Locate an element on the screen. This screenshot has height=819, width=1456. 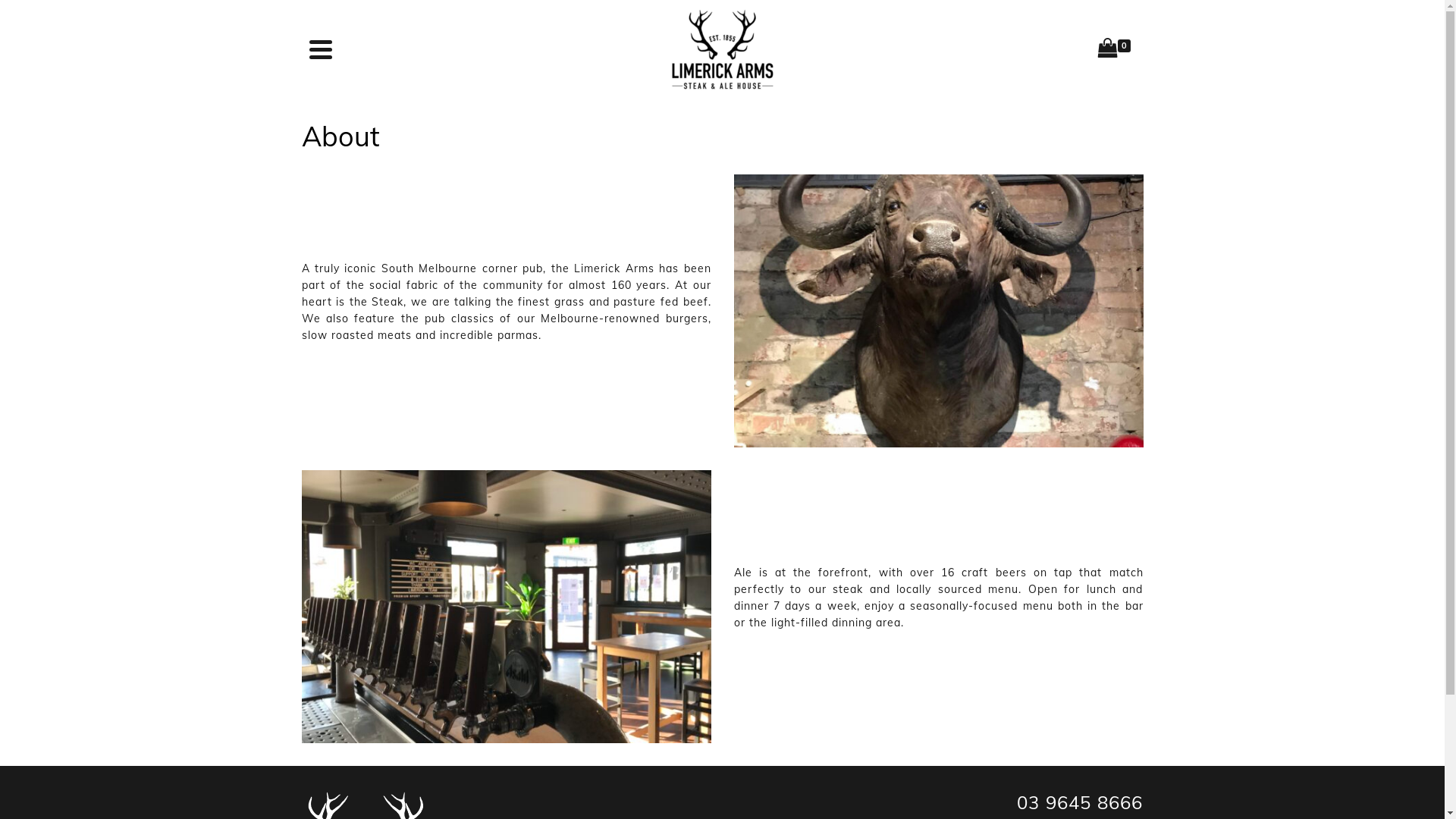
'0' is located at coordinates (1117, 49).